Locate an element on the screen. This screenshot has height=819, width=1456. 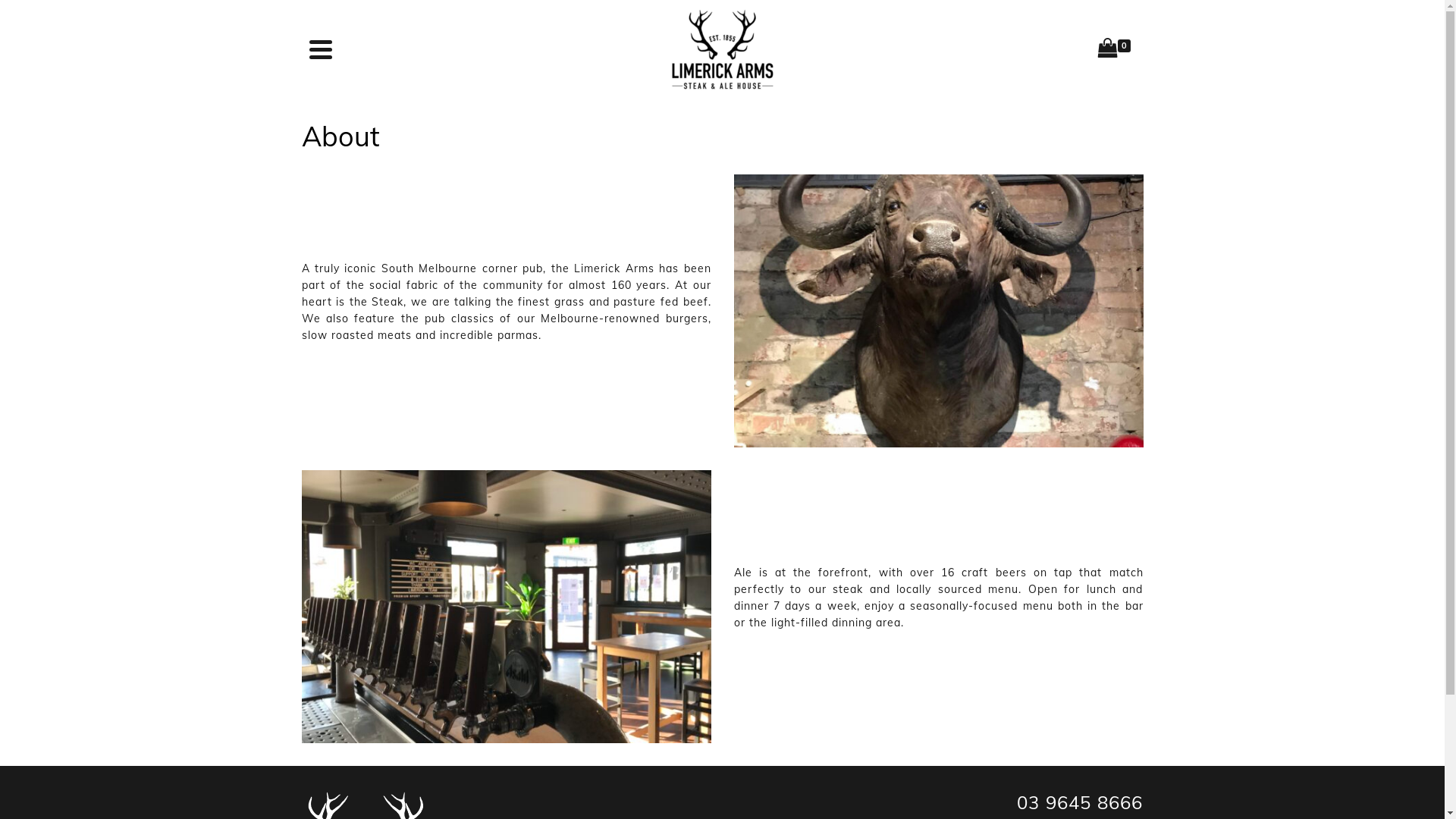
'0' is located at coordinates (1117, 49).